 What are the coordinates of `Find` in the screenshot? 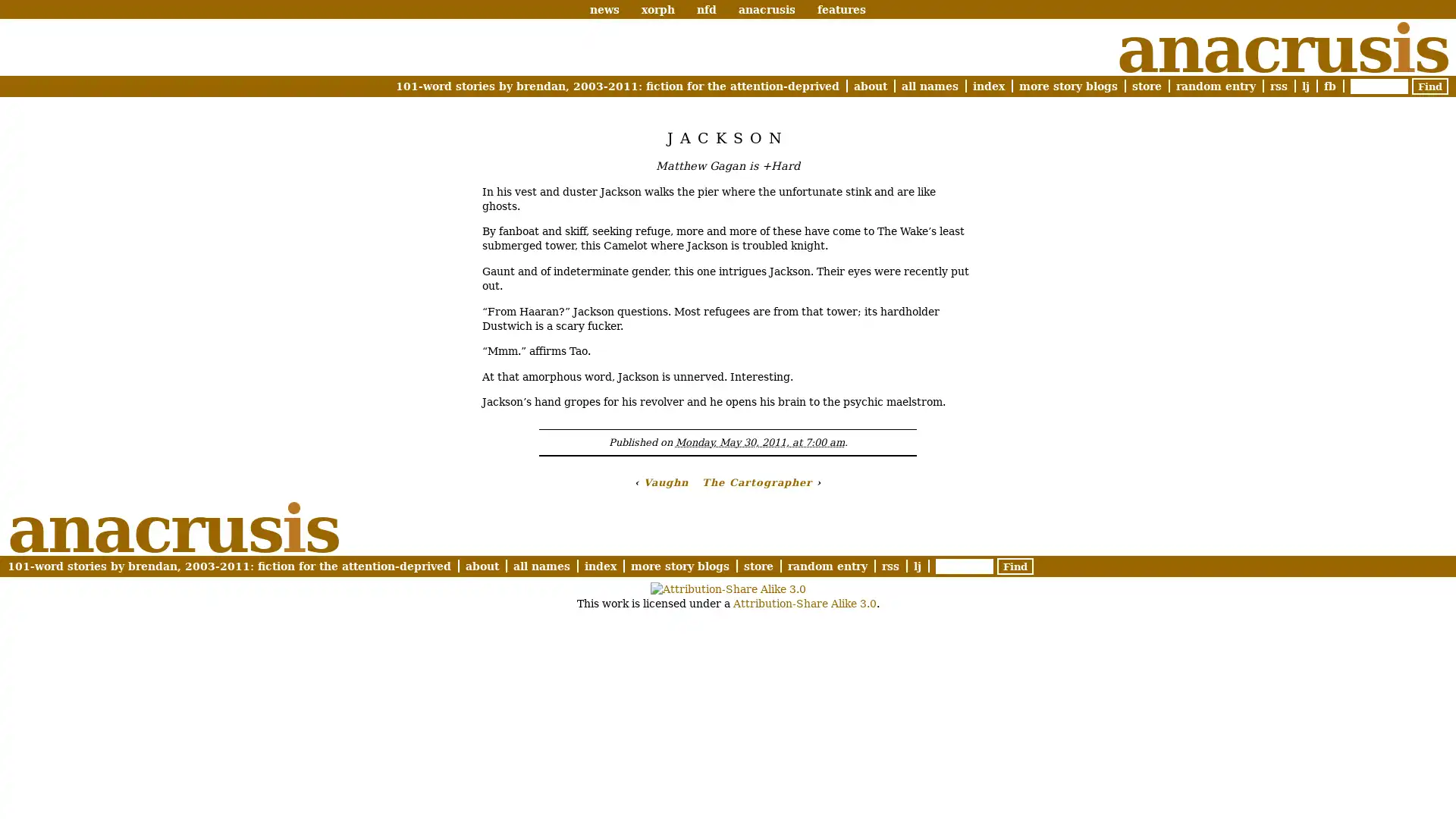 It's located at (1429, 86).